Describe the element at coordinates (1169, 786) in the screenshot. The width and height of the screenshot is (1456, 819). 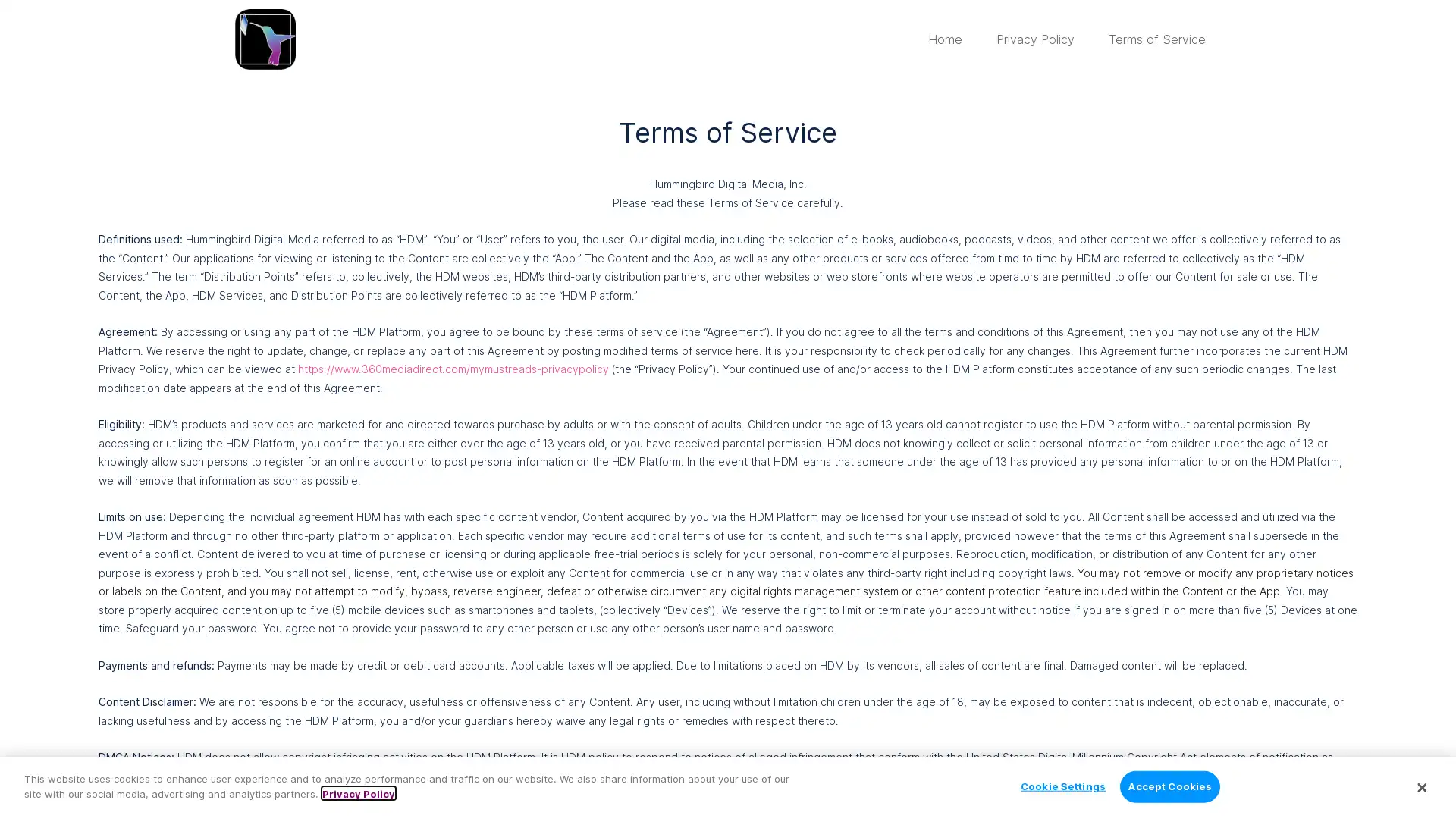
I see `Accept Cookies` at that location.